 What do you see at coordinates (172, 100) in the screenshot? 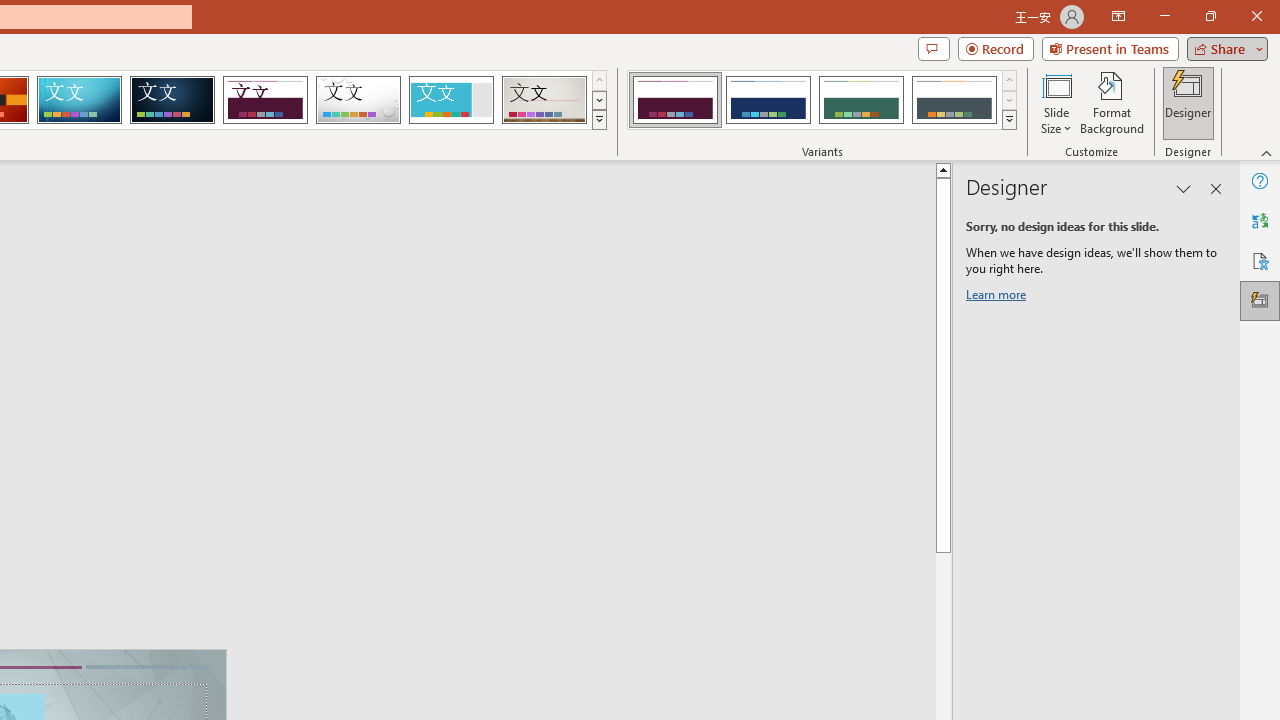
I see `'Damask'` at bounding box center [172, 100].